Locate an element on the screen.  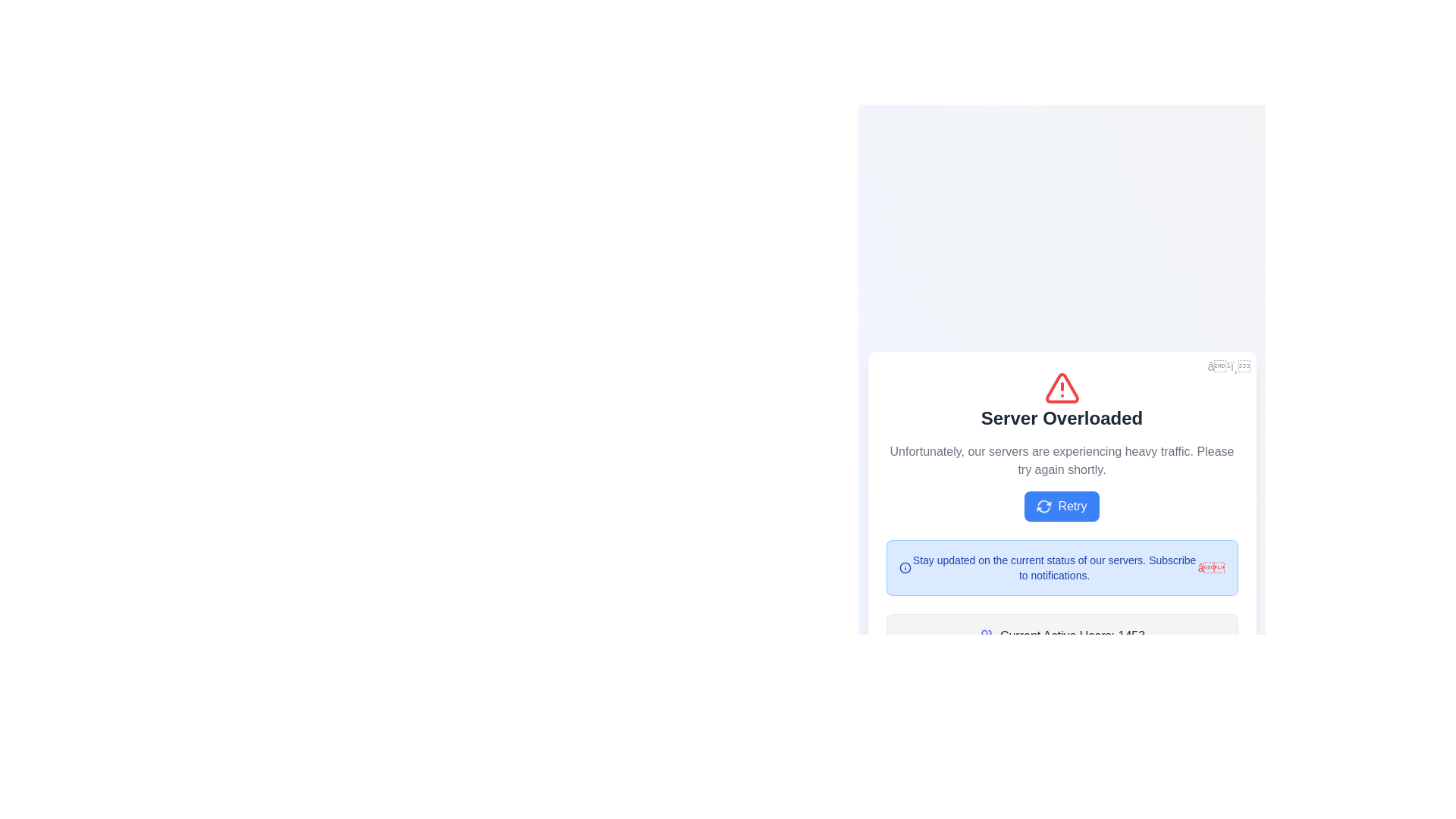
the 'Retry' button with a blue background and rounded corners, located beneath the server traffic message, to initiate a retry action is located at coordinates (1061, 513).